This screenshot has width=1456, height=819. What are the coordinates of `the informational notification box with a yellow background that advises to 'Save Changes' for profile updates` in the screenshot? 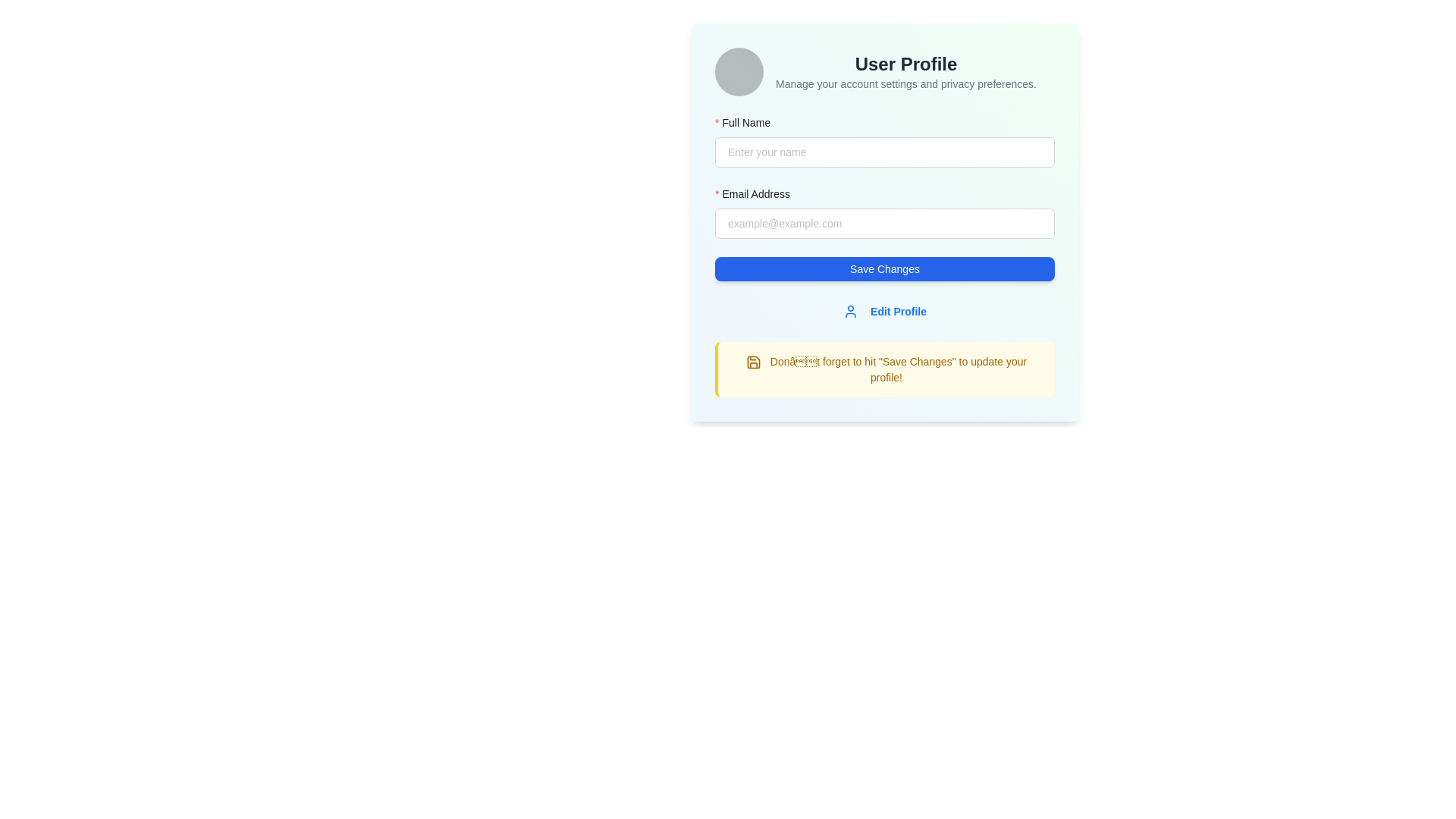 It's located at (884, 369).